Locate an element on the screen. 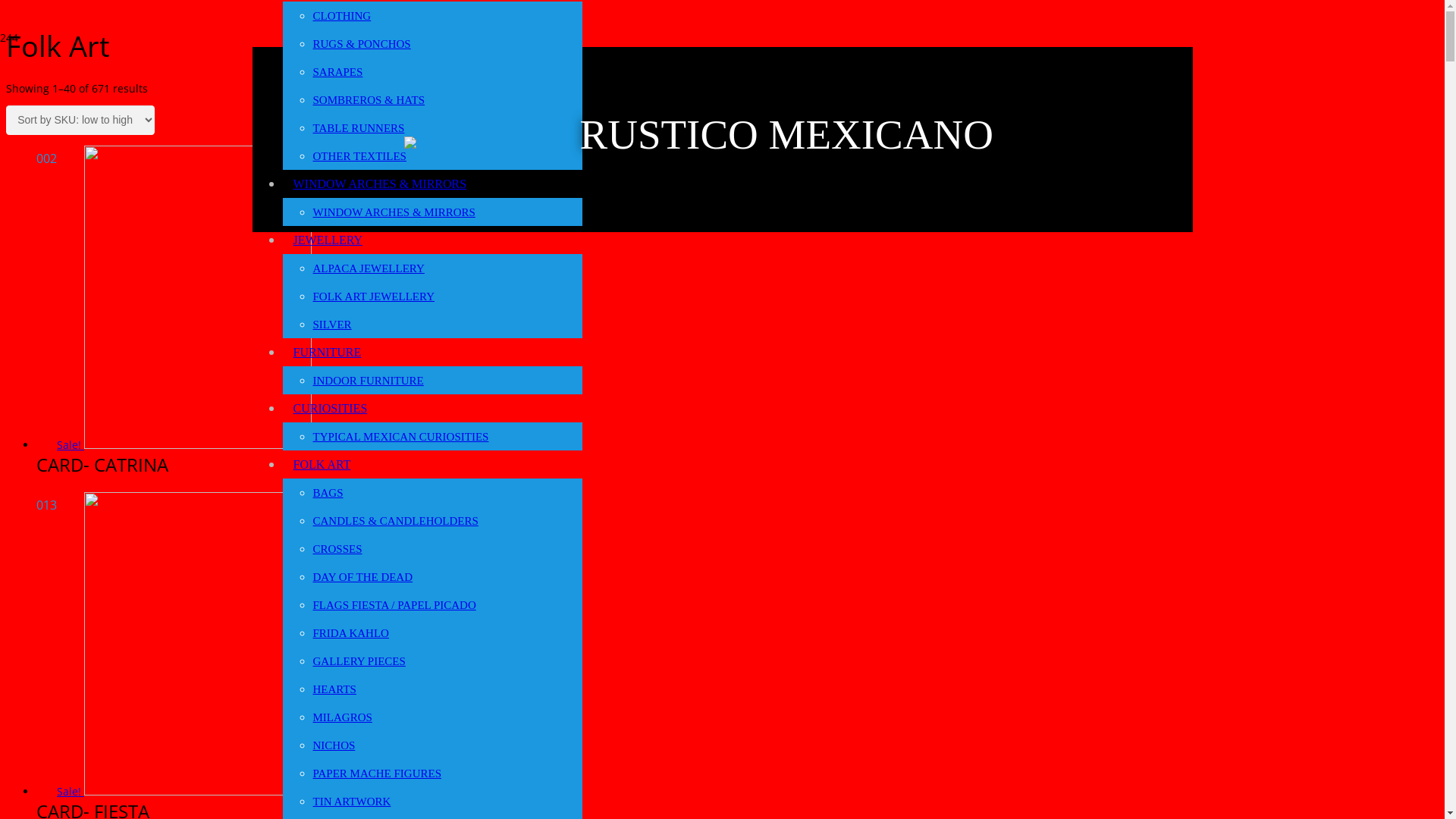 This screenshot has width=1456, height=819. 'SOMBREROS & HATS' is located at coordinates (368, 99).